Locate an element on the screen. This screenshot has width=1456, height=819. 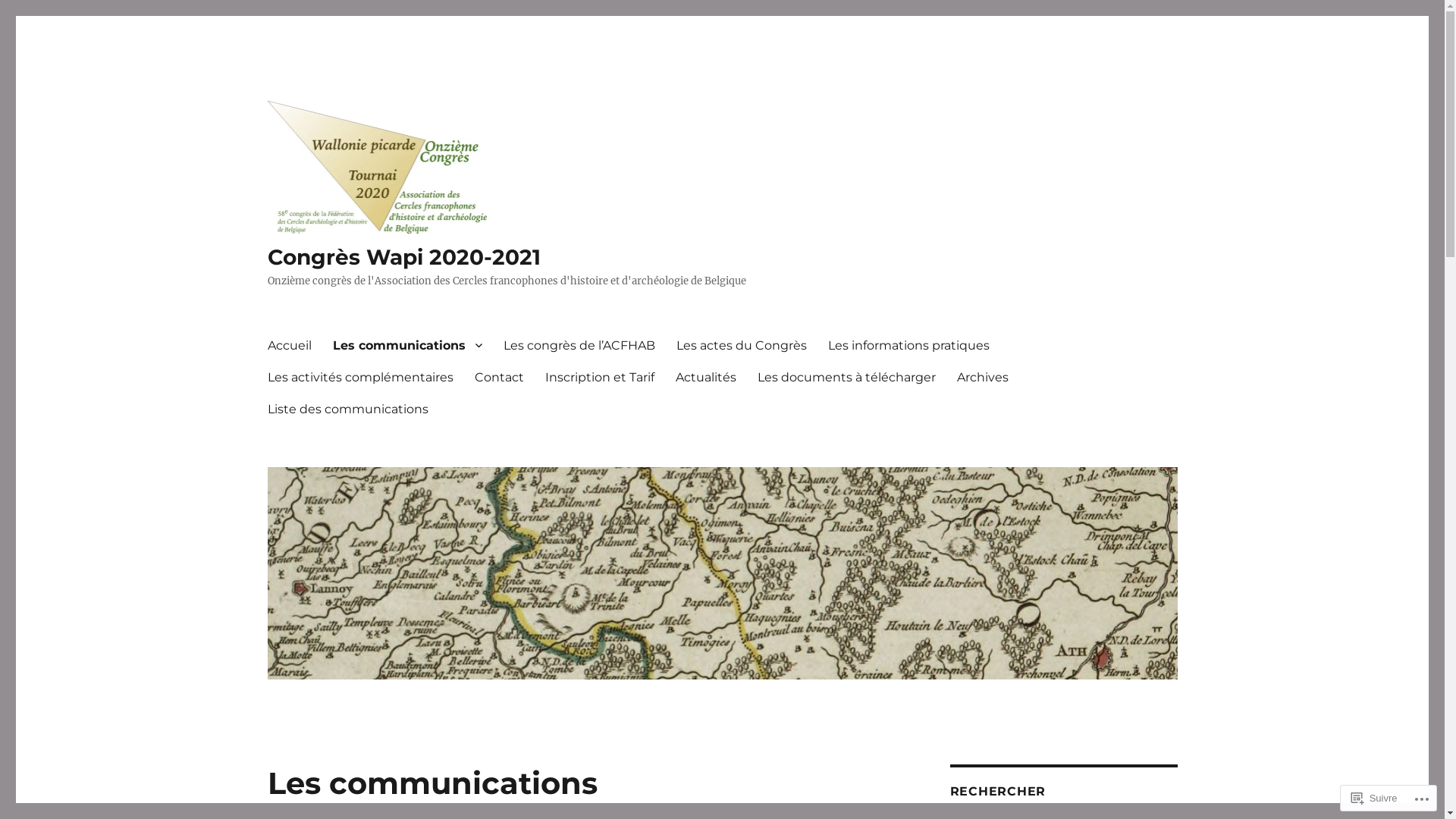
'Les communications' is located at coordinates (406, 345).